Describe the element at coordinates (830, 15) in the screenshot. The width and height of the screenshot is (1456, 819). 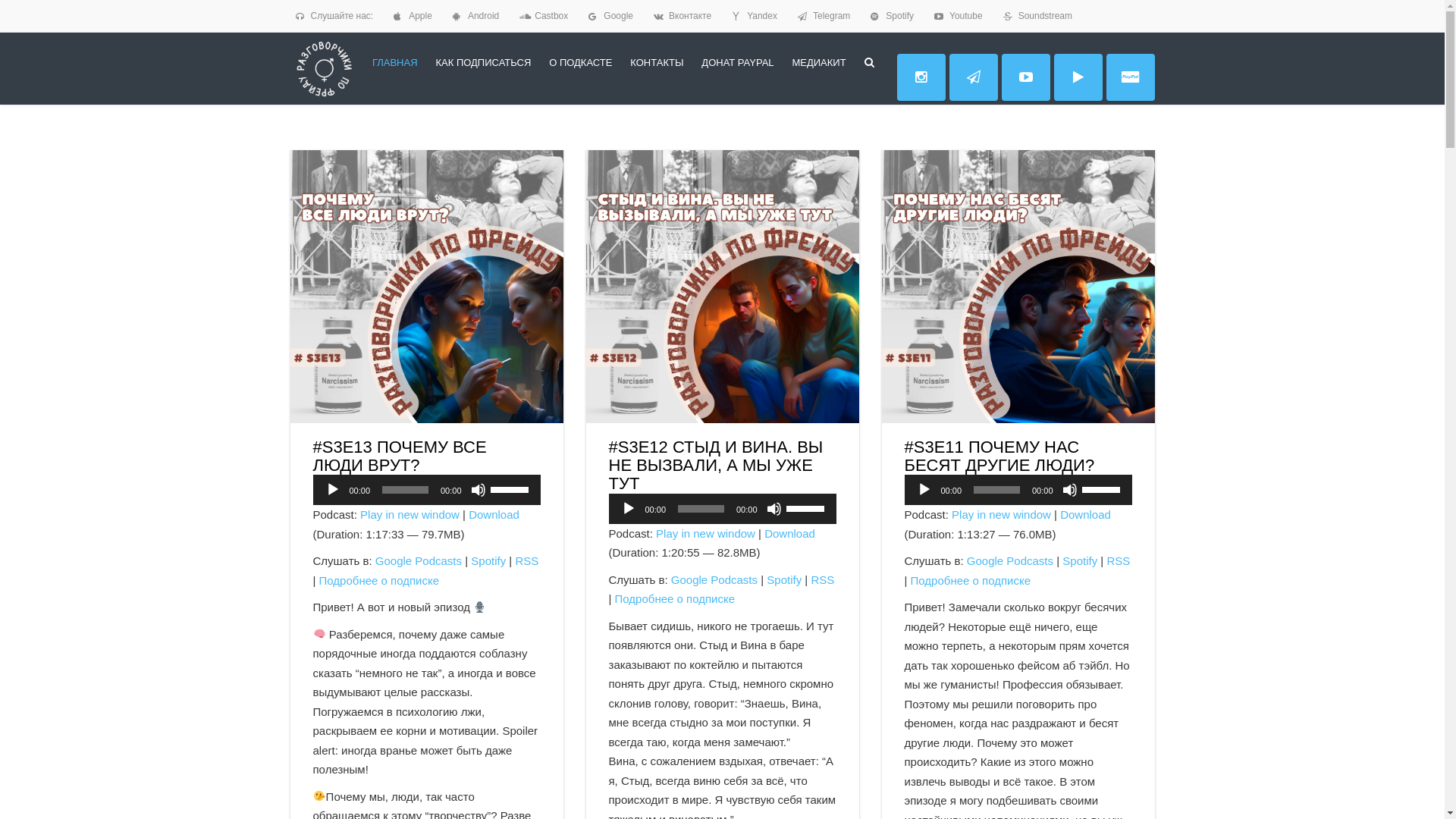
I see `'Telegram'` at that location.